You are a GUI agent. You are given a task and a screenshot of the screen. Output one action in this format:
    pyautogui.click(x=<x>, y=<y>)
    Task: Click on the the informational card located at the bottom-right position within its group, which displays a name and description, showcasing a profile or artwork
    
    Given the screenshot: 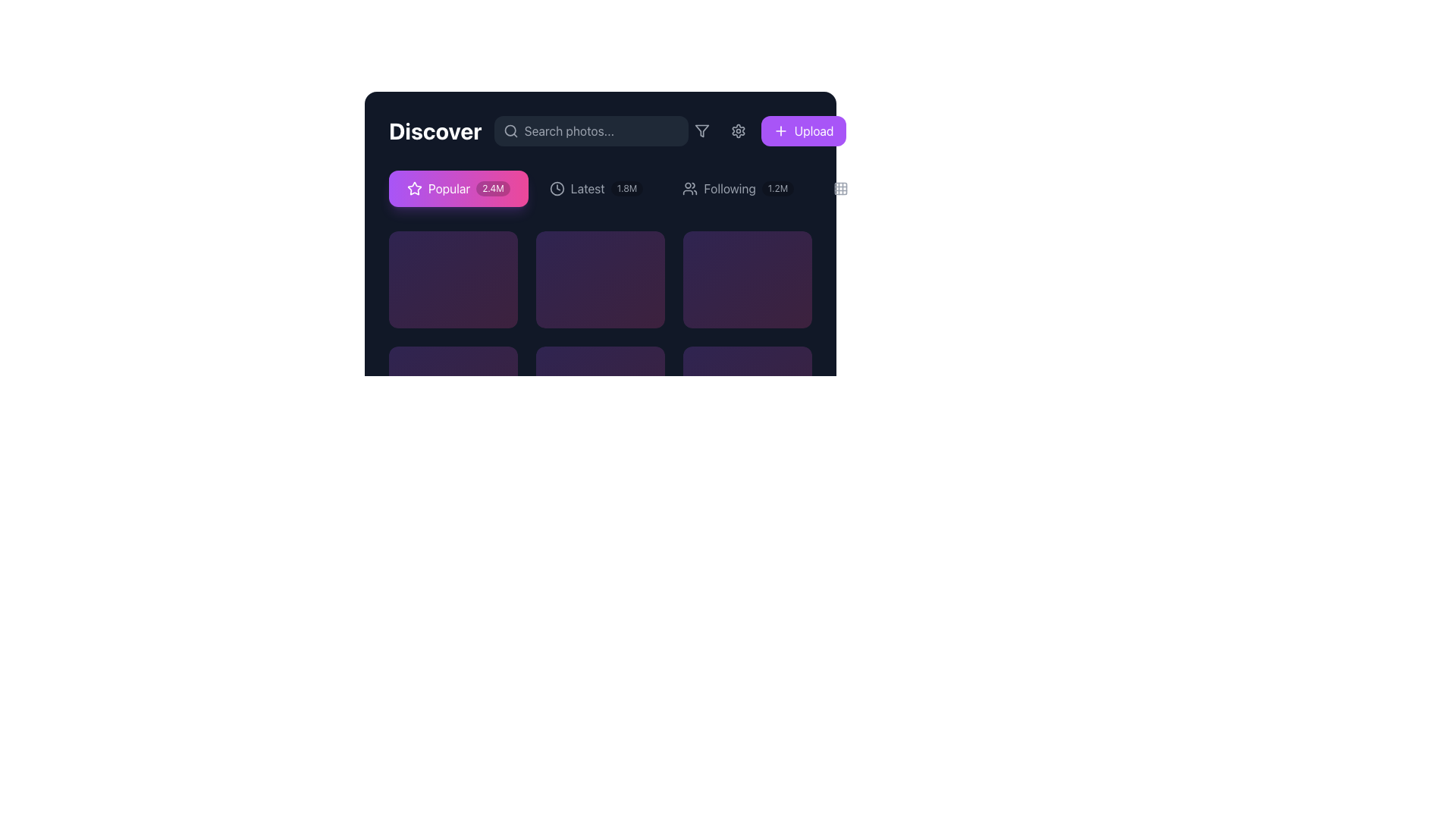 What is the action you would take?
    pyautogui.click(x=747, y=366)
    